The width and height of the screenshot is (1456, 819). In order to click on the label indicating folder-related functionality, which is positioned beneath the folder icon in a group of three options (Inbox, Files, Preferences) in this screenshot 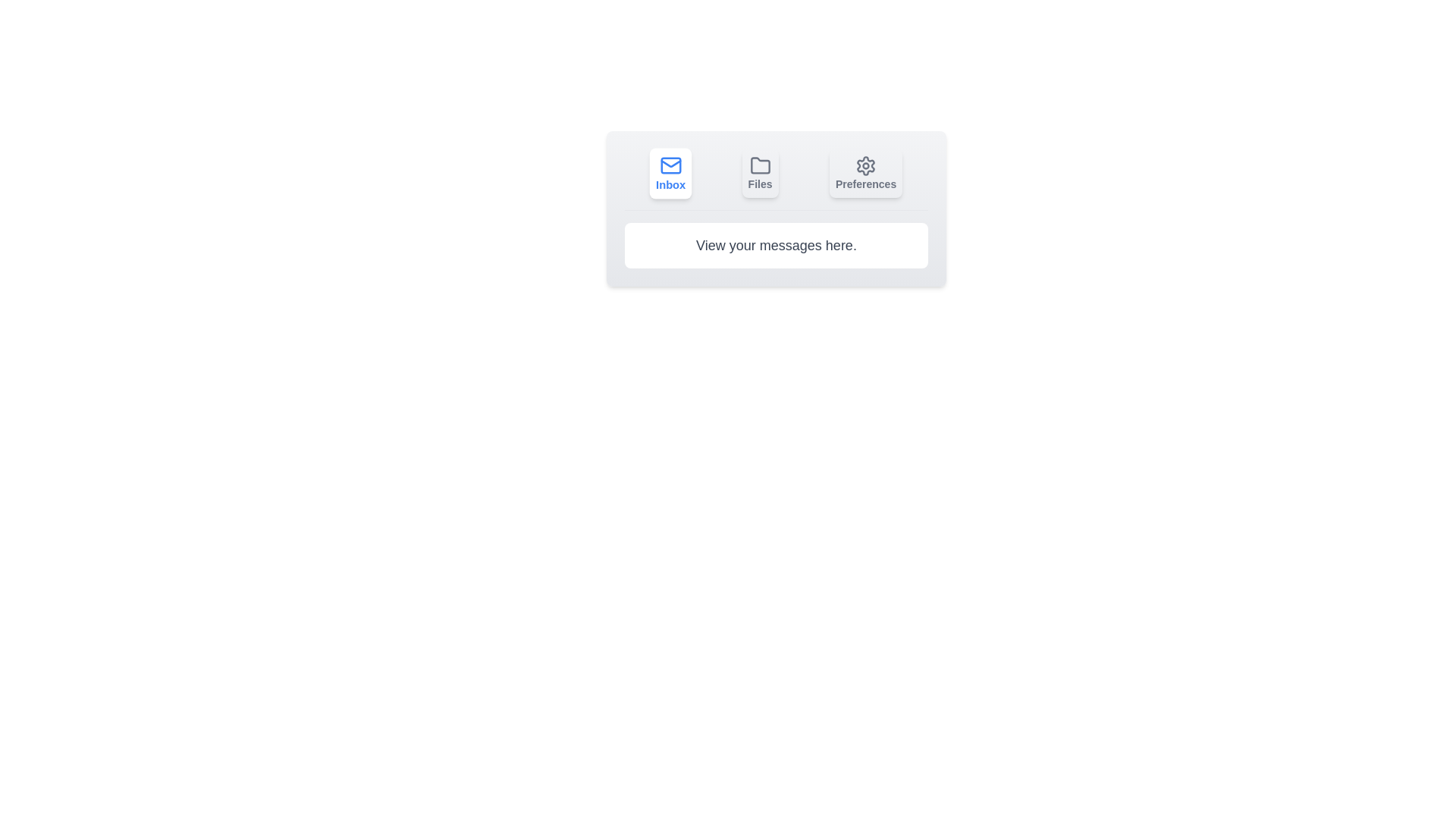, I will do `click(760, 184)`.